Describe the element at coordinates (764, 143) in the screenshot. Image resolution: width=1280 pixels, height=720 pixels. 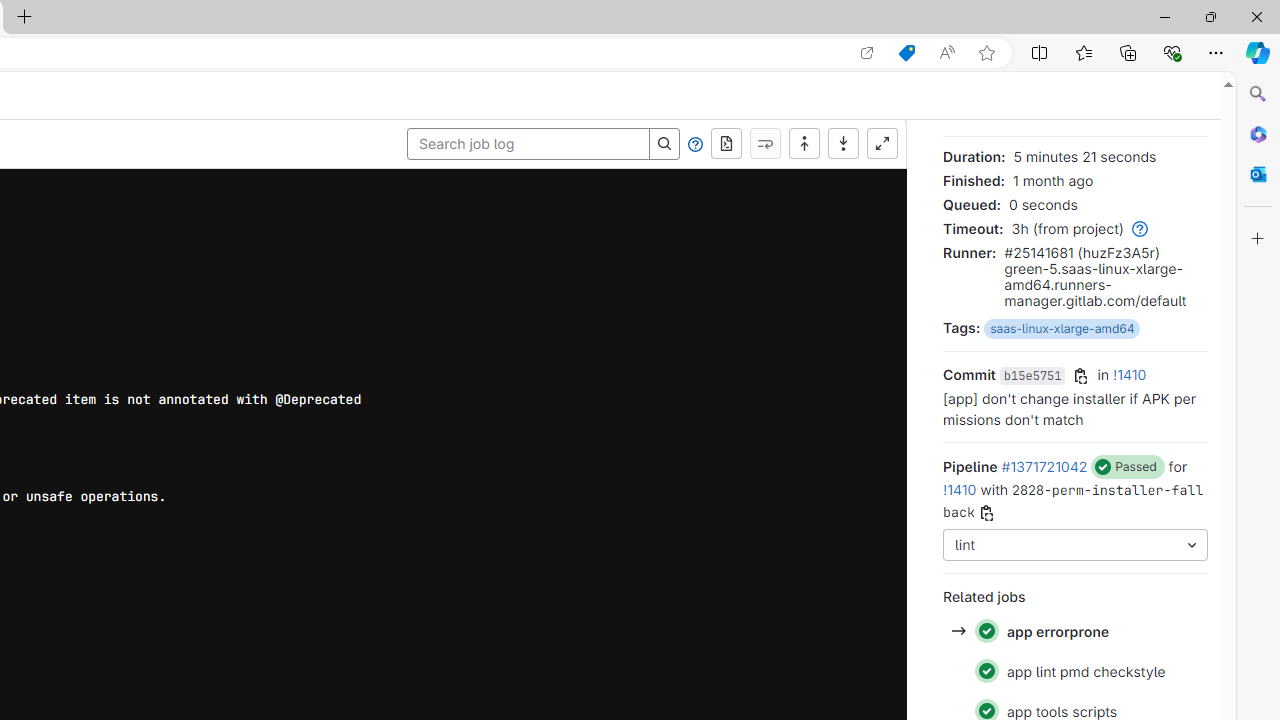
I see `'Scroll to next failure'` at that location.